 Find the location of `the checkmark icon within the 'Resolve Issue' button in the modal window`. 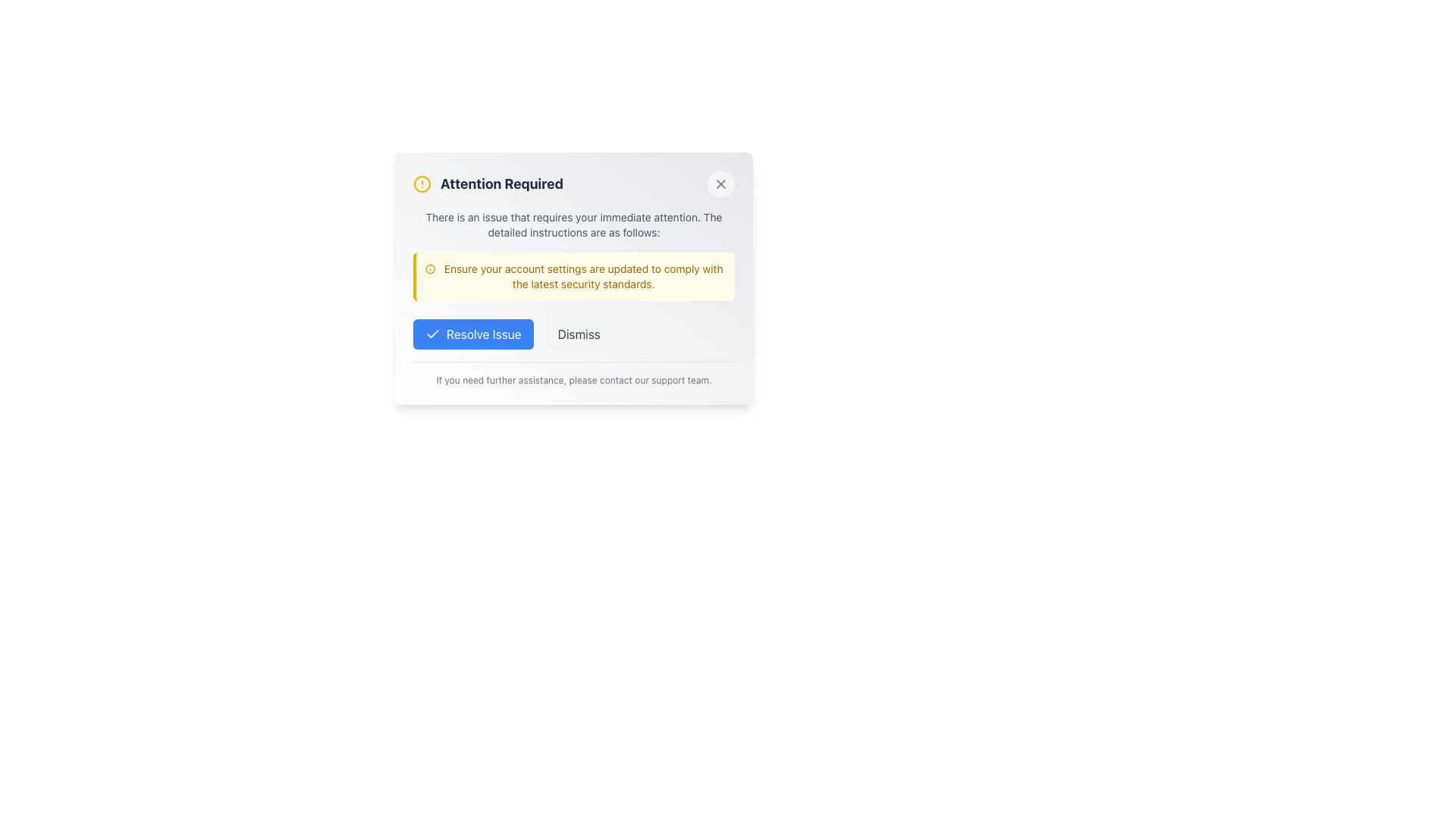

the checkmark icon within the 'Resolve Issue' button in the modal window is located at coordinates (432, 332).